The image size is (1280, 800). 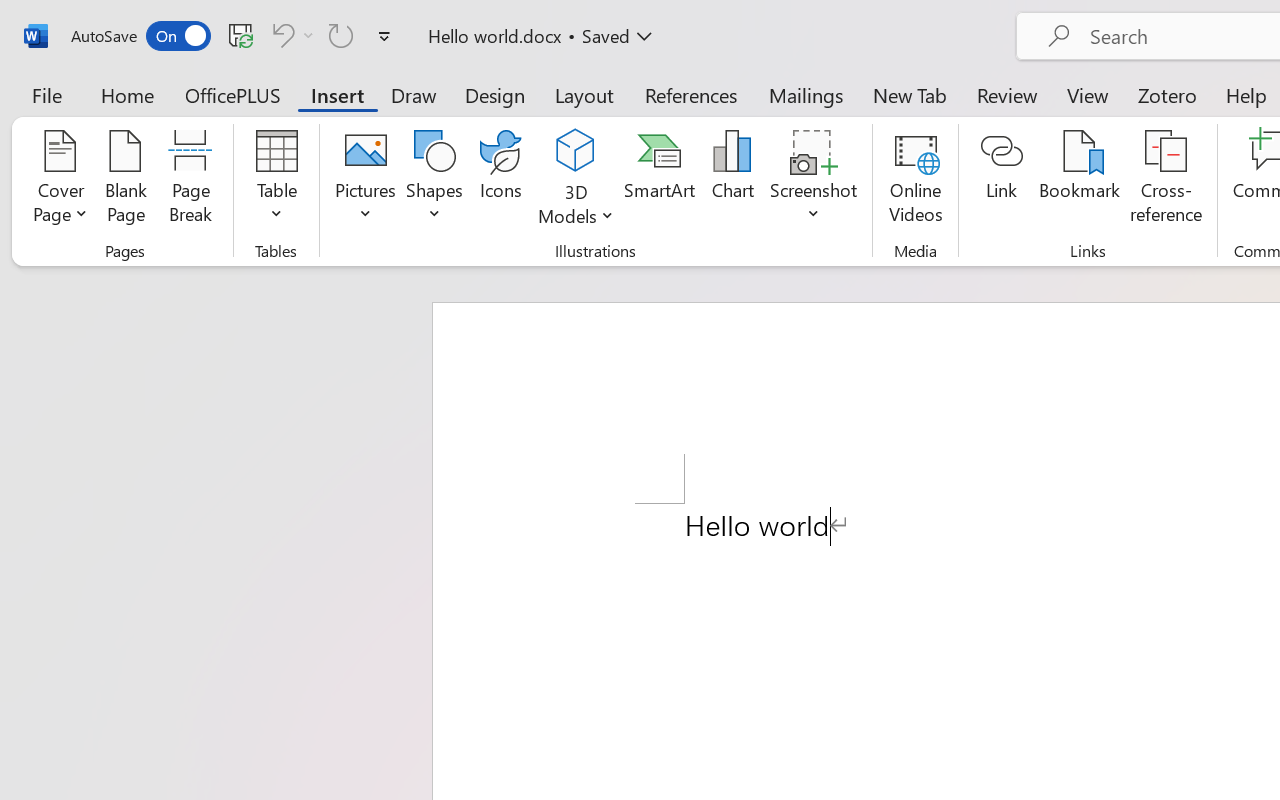 What do you see at coordinates (691, 94) in the screenshot?
I see `'References'` at bounding box center [691, 94].